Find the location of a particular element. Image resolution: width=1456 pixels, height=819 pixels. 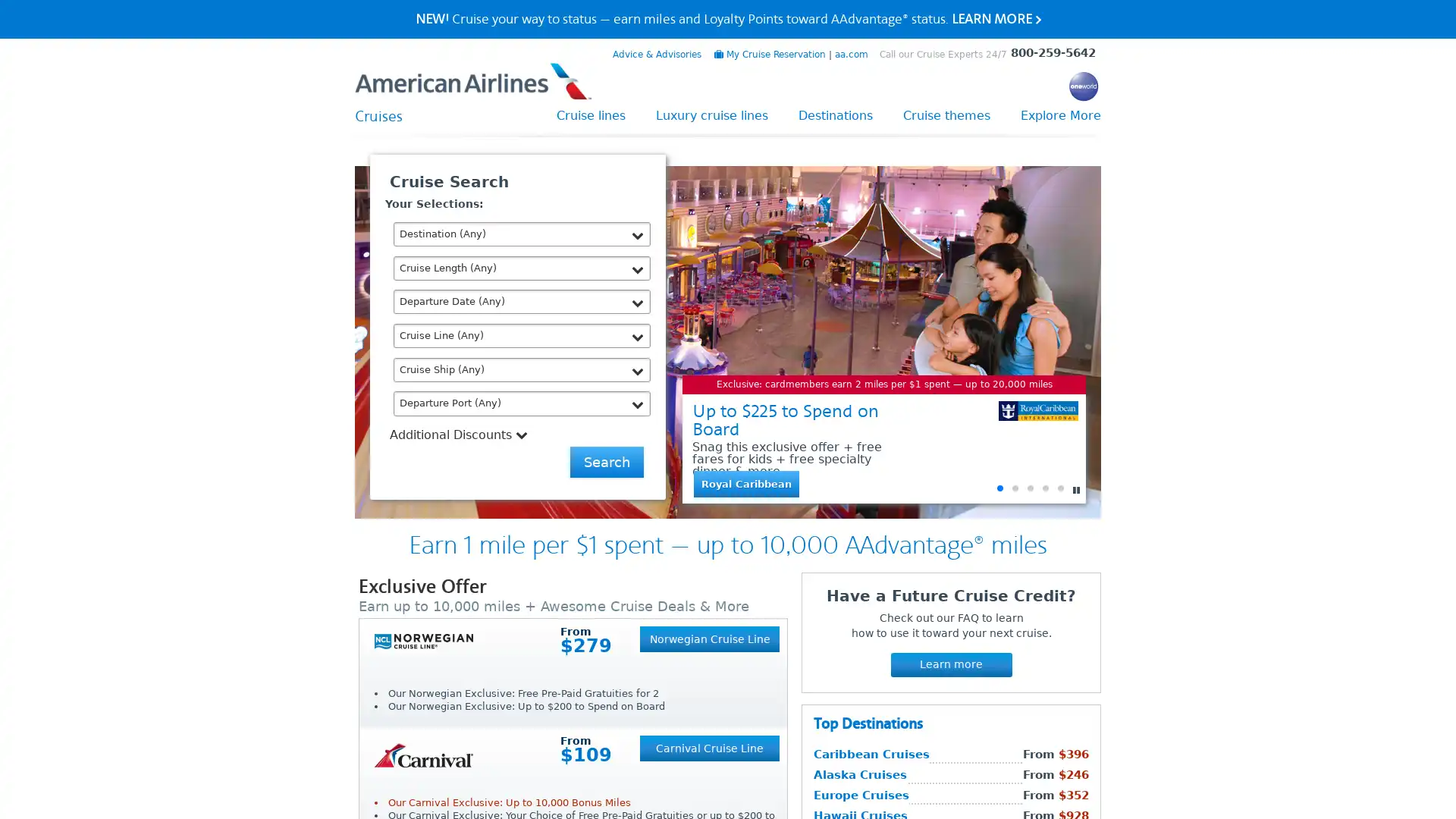

Luxury cruise lines is located at coordinates (711, 114).